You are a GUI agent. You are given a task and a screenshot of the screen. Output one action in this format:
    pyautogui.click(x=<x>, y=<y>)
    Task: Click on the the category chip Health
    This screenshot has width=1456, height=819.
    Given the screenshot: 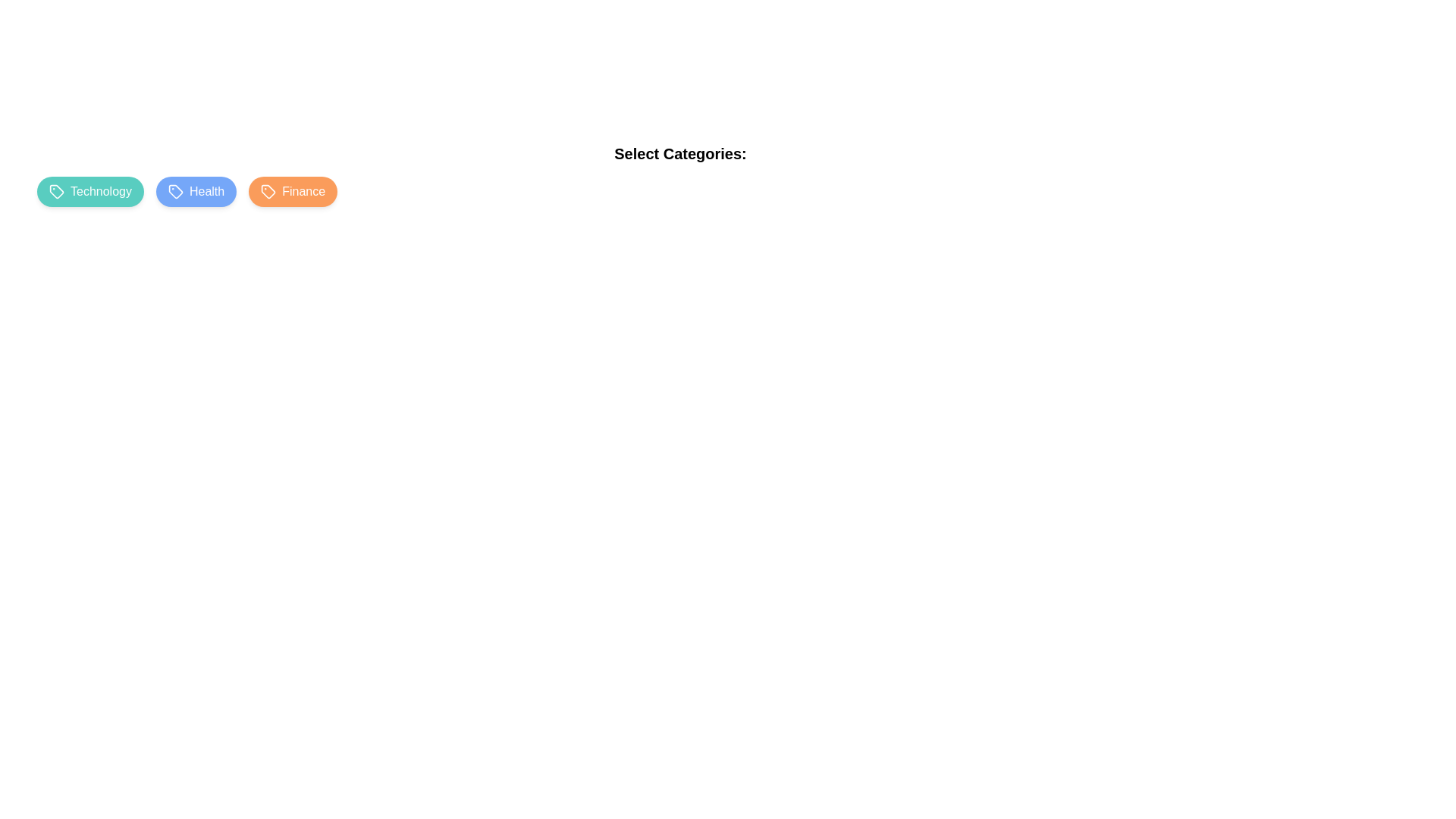 What is the action you would take?
    pyautogui.click(x=196, y=191)
    